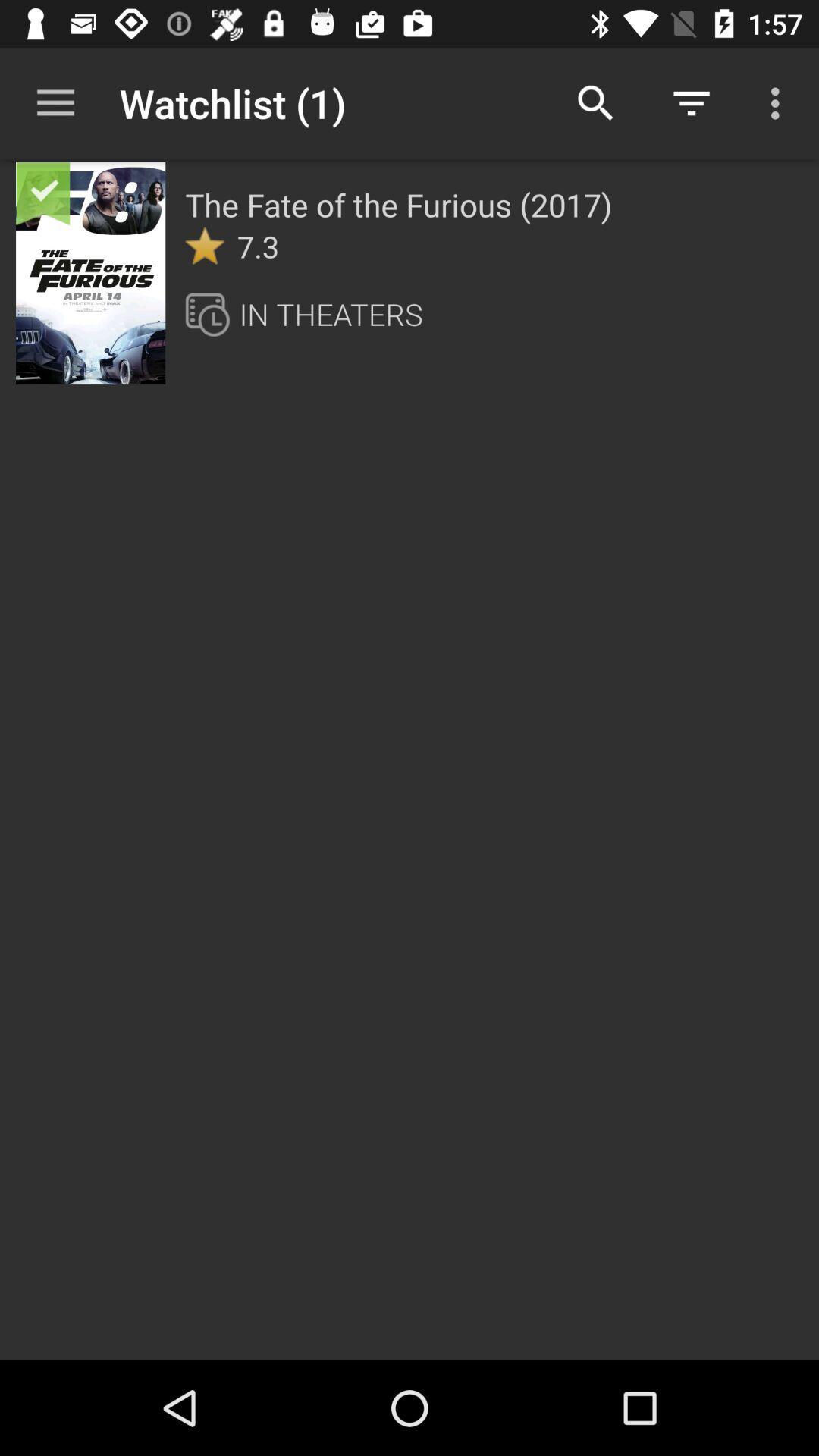 This screenshot has height=1456, width=819. What do you see at coordinates (595, 102) in the screenshot?
I see `the item above the the fate of item` at bounding box center [595, 102].